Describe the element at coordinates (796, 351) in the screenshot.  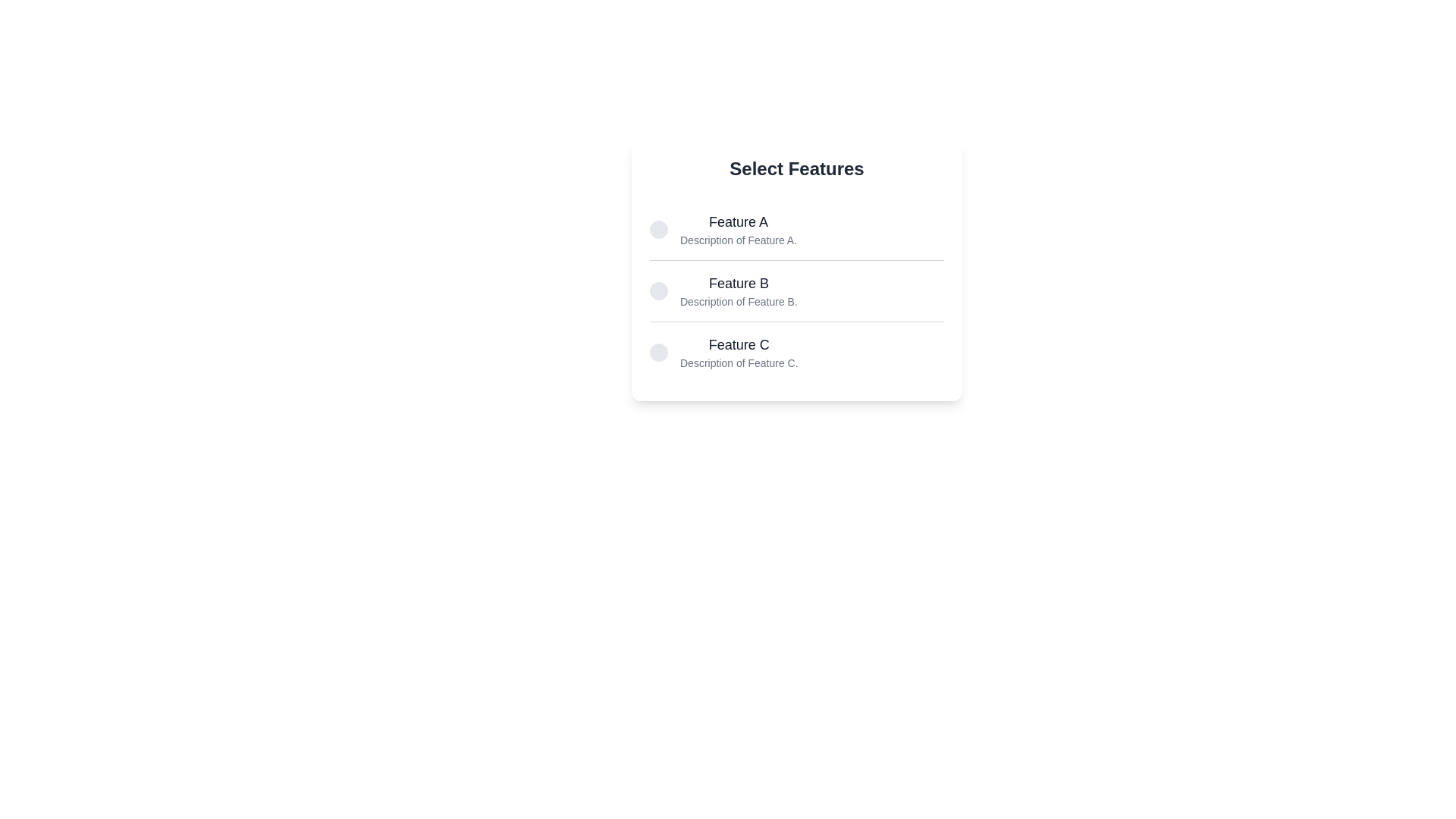
I see `the third item in the 'Select Features' list` at that location.